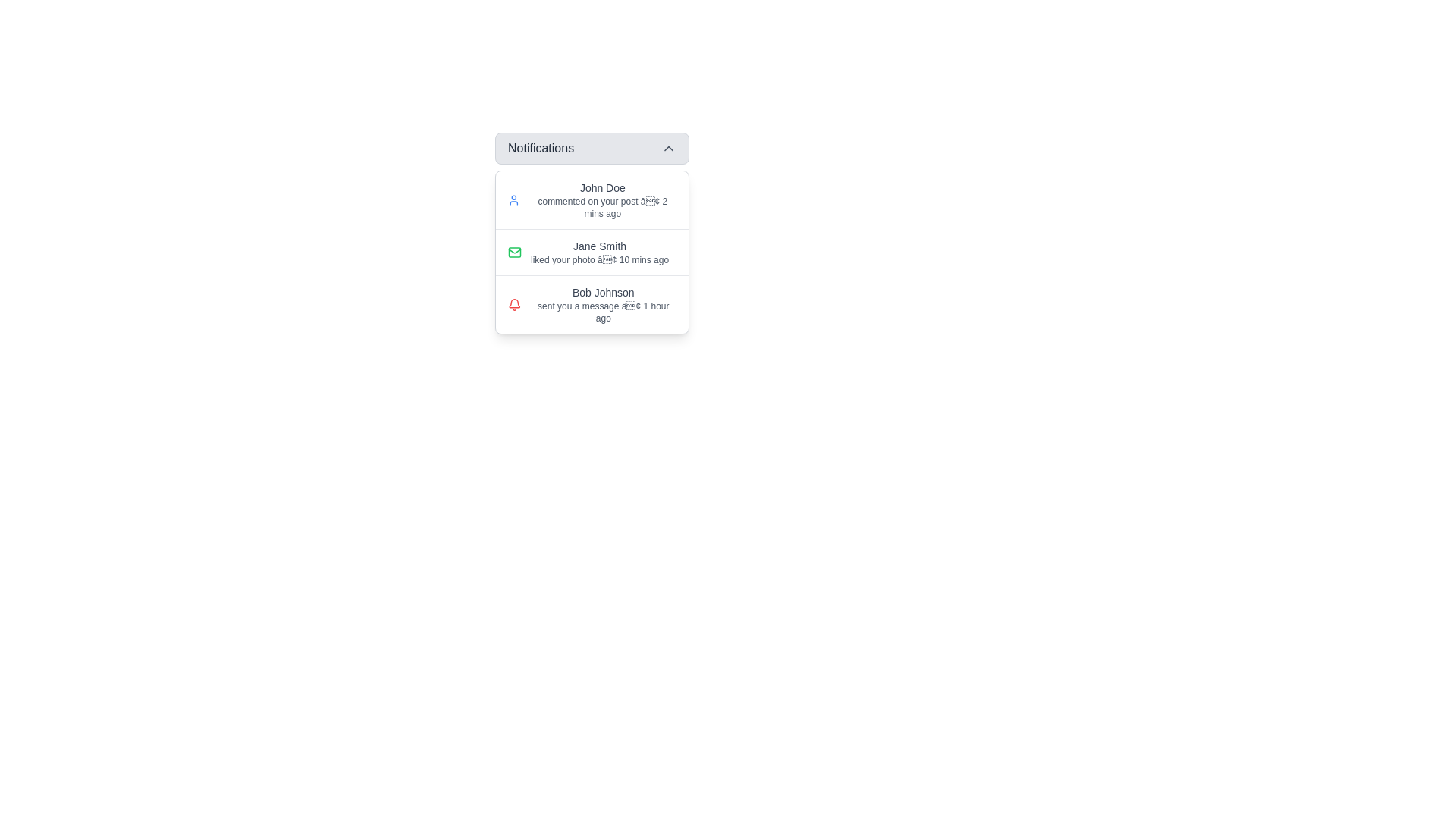 This screenshot has width=1456, height=819. I want to click on notification details for 'Jane Smith liked your photo 10 minutes ago', which is the second item in the notifications list, so click(591, 251).